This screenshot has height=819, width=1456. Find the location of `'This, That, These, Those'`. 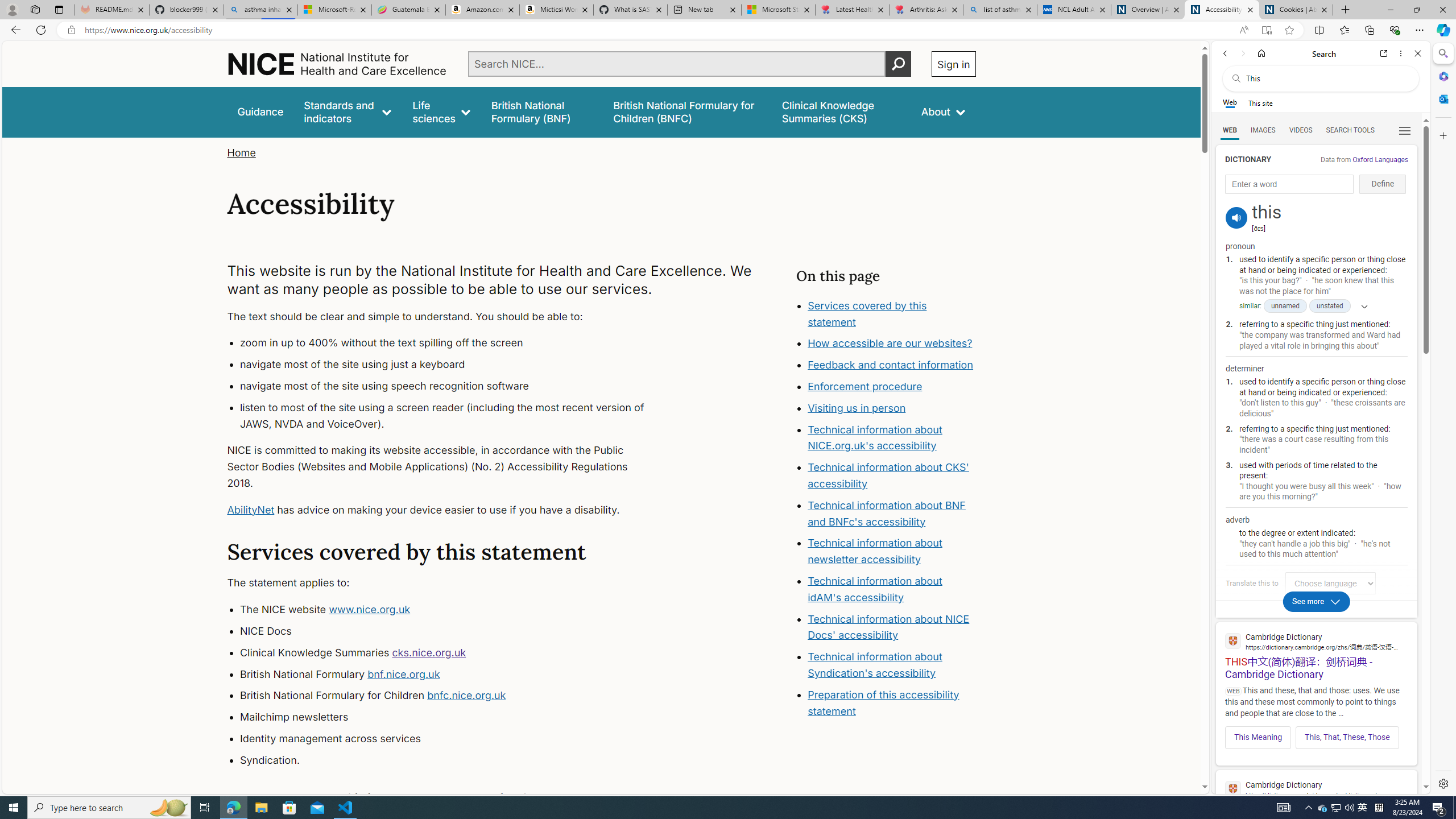

'This, That, These, Those' is located at coordinates (1347, 737).